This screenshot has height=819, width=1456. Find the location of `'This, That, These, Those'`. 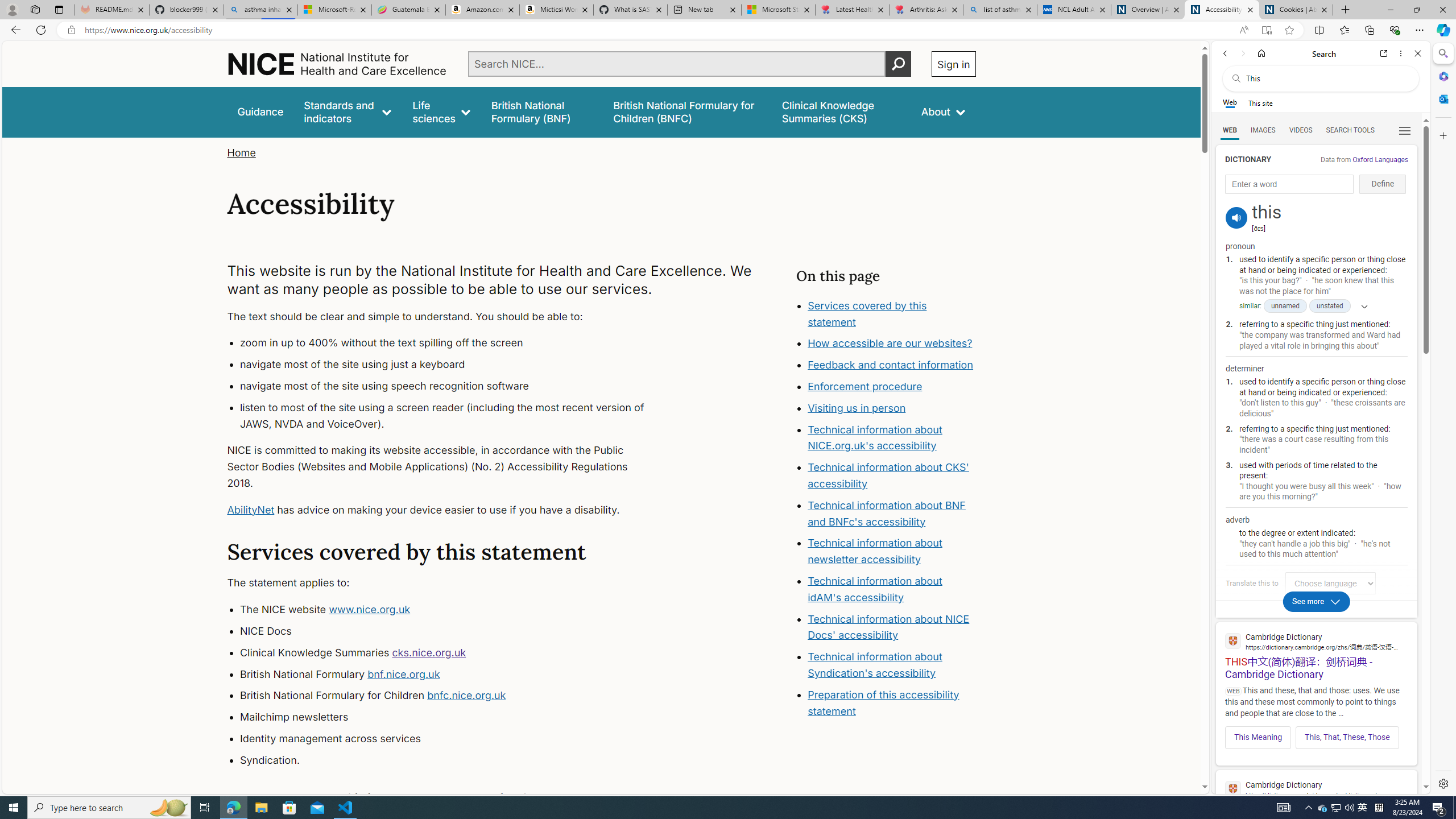

'This, That, These, Those' is located at coordinates (1347, 737).